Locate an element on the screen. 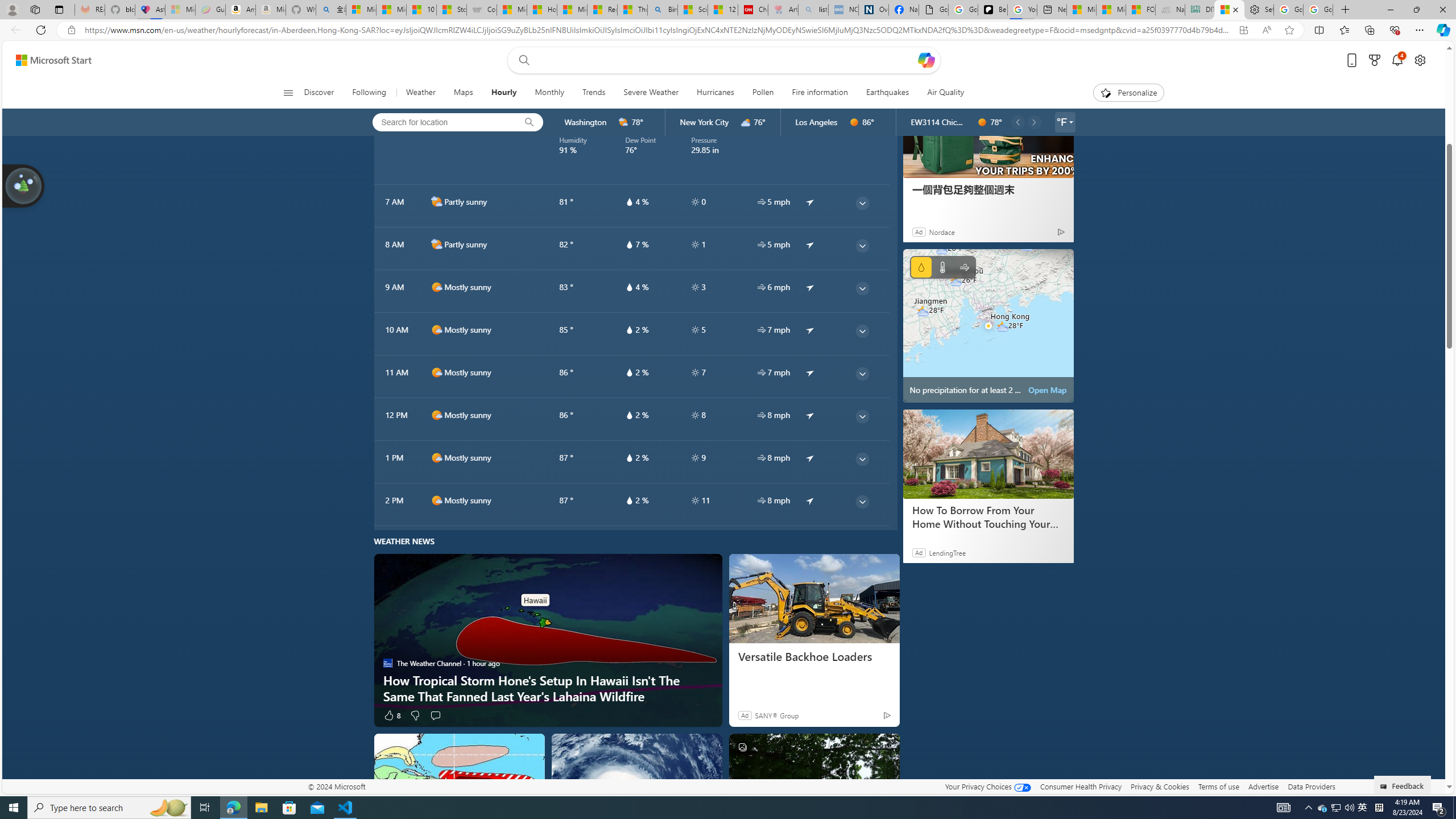  'Arthritis: Ask Health Professionals - Sleeping' is located at coordinates (783, 9).